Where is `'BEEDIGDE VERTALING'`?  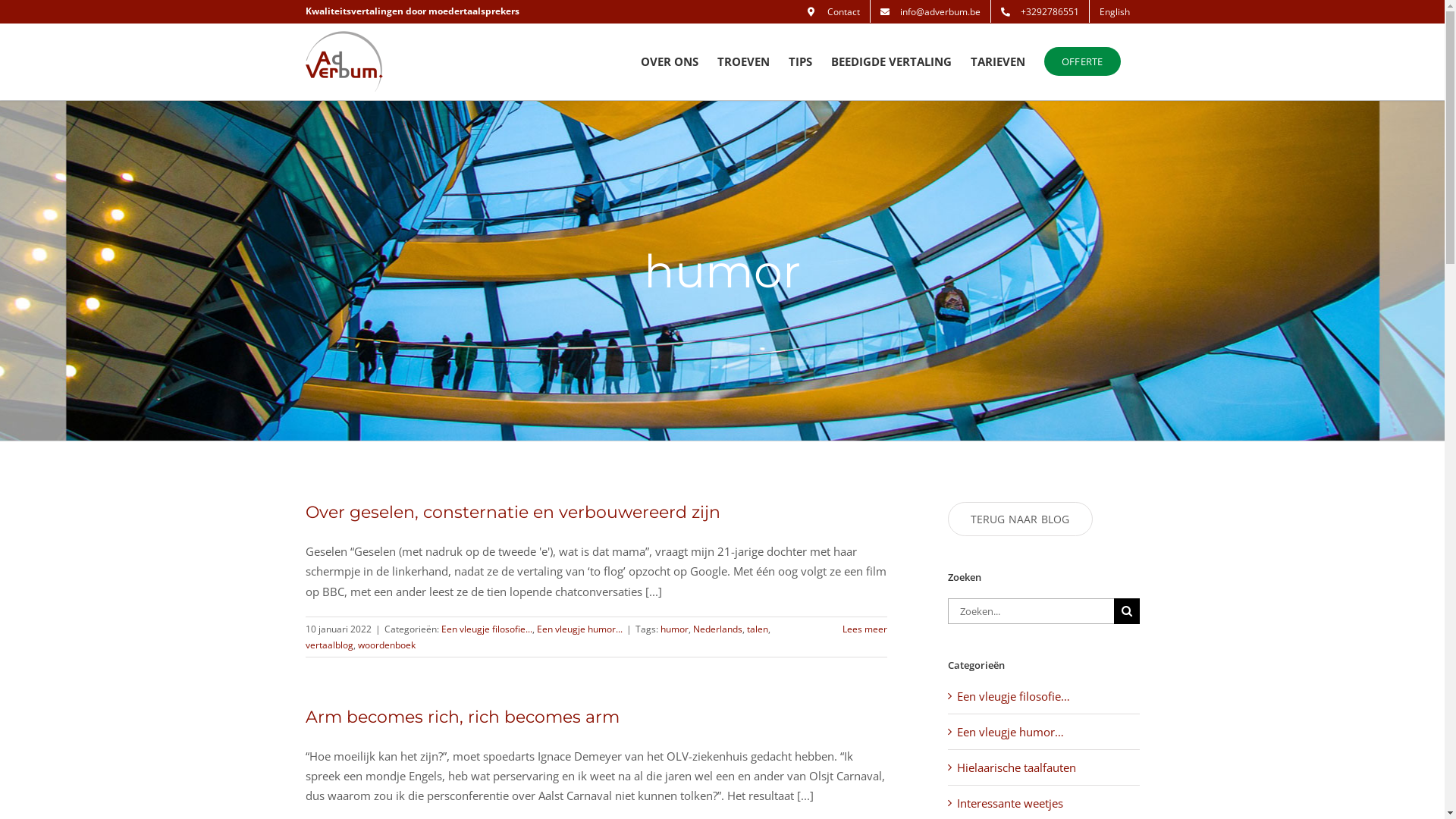
'BEEDIGDE VERTALING' is located at coordinates (891, 61).